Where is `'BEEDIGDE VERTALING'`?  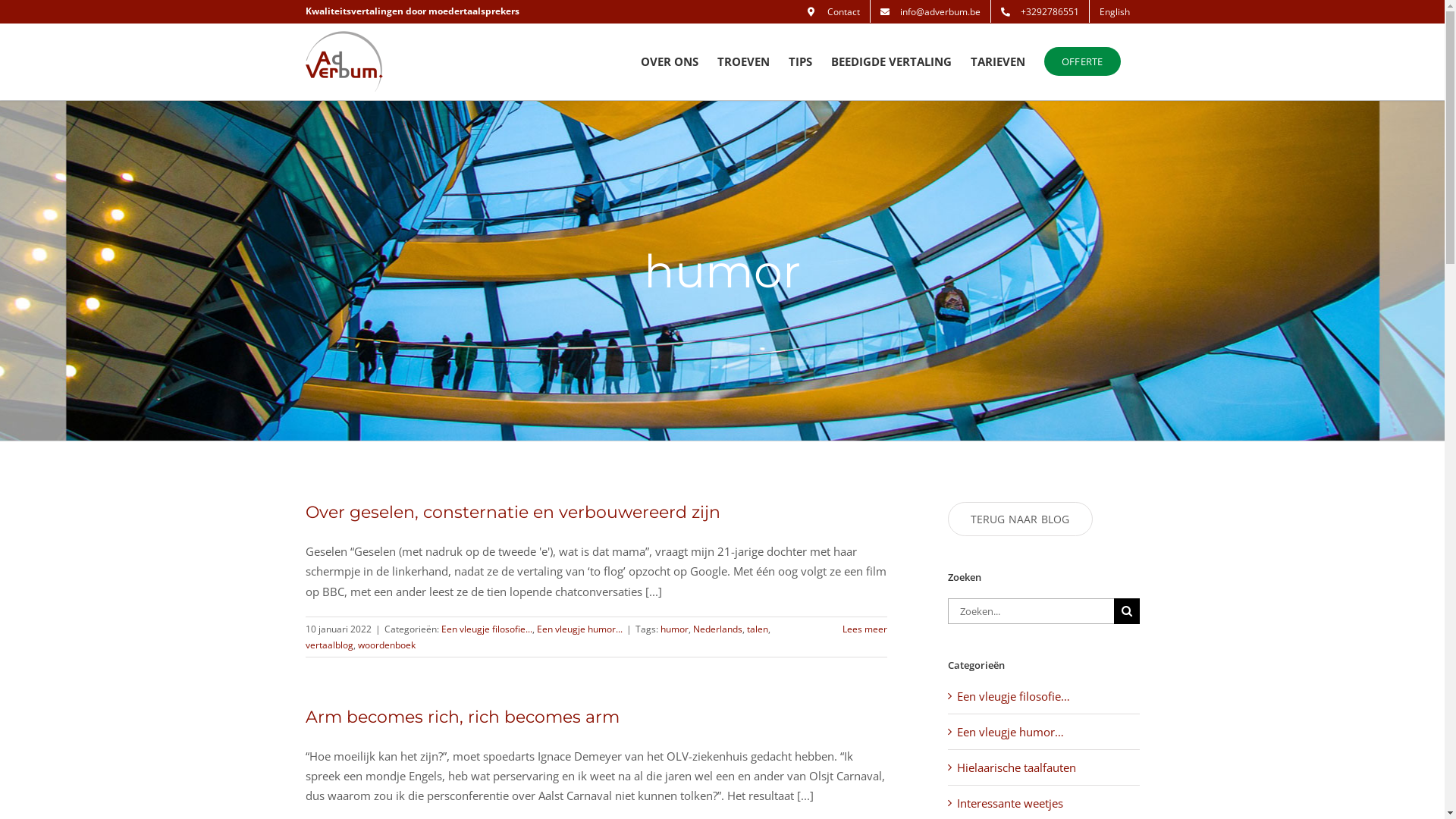
'BEEDIGDE VERTALING' is located at coordinates (891, 61).